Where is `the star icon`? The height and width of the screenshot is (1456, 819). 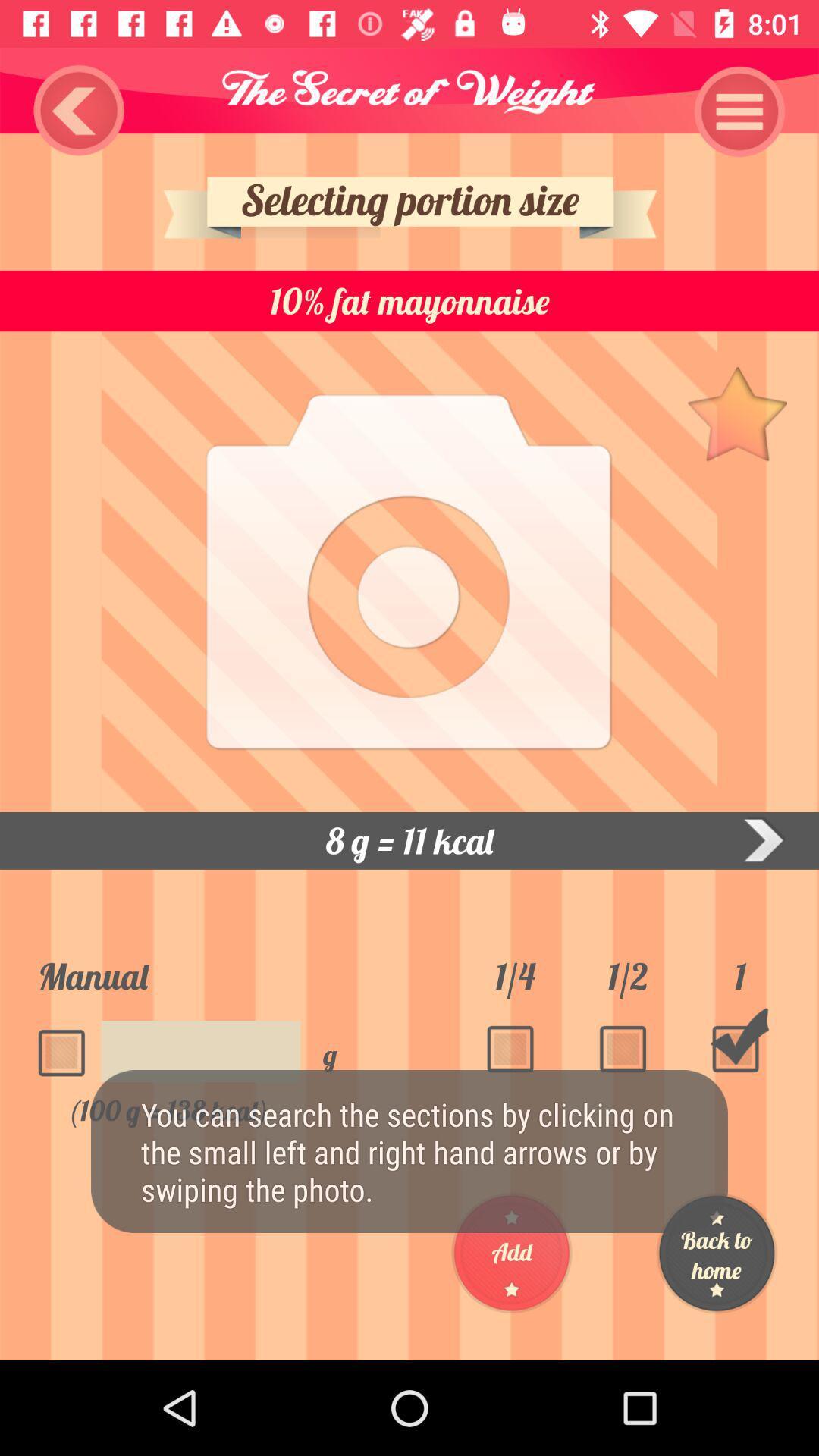 the star icon is located at coordinates (736, 413).